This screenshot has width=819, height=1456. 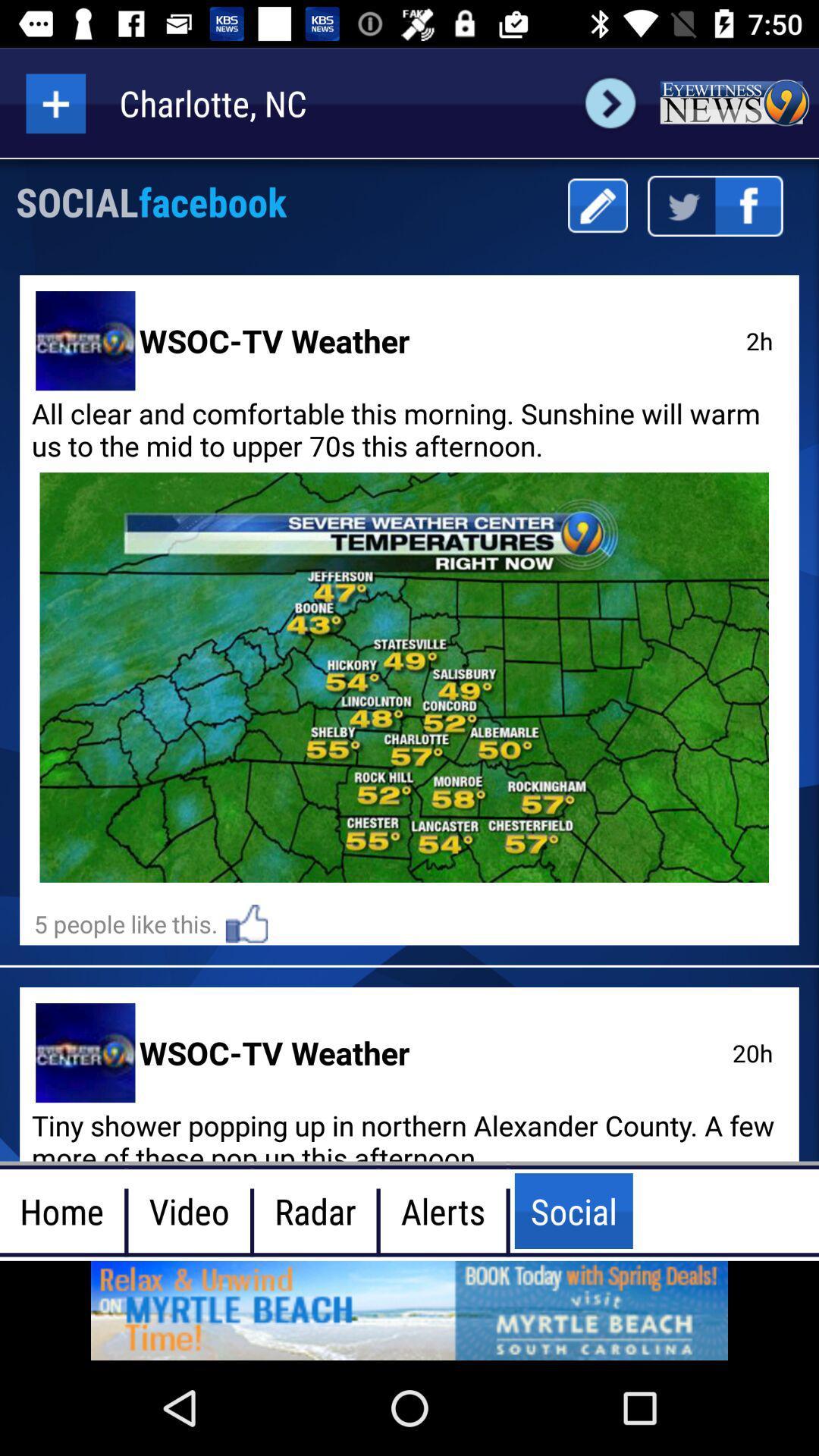 I want to click on the arrow_forward icon, so click(x=610, y=102).